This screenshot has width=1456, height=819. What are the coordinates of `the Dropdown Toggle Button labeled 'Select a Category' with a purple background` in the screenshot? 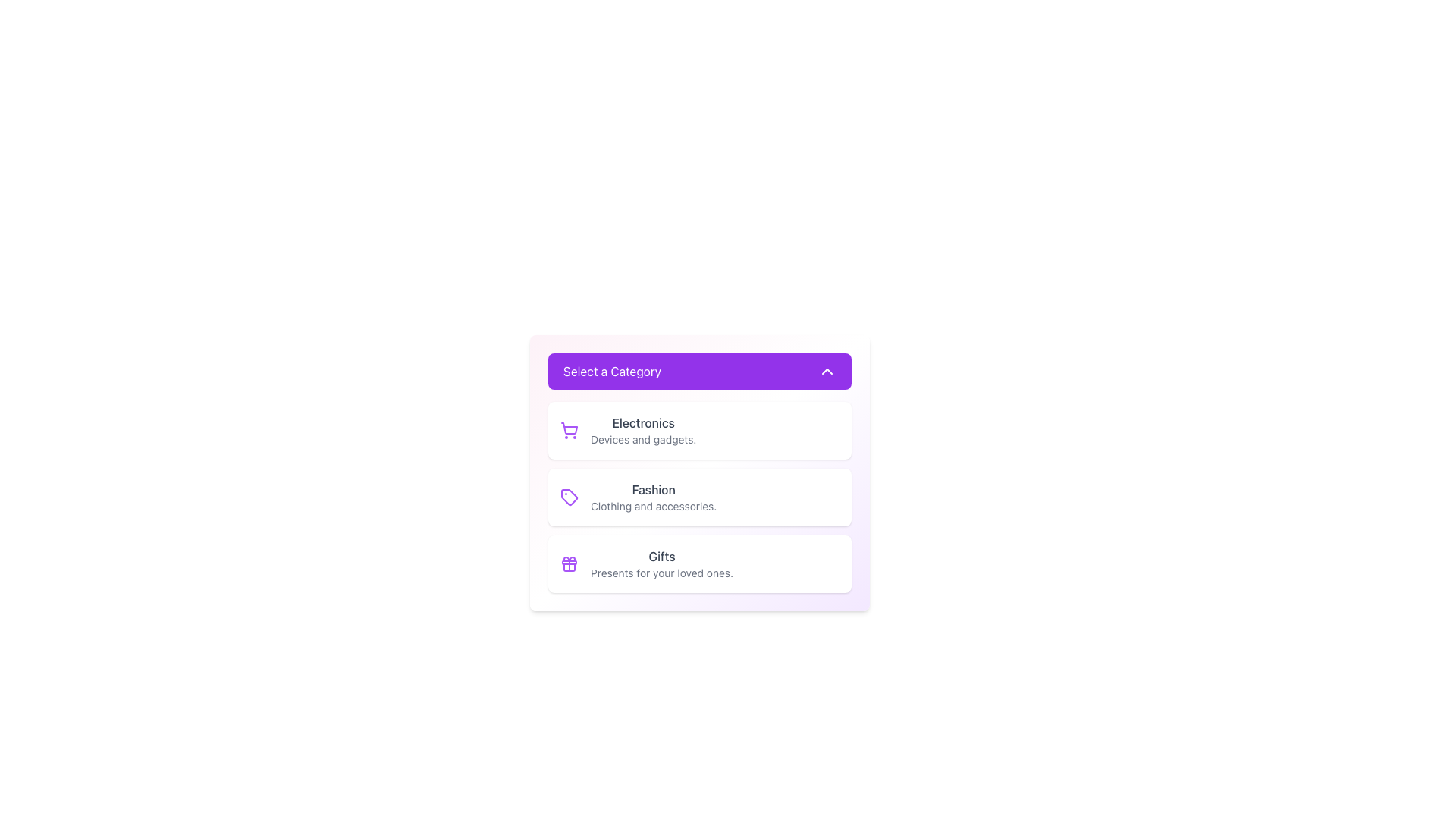 It's located at (698, 371).